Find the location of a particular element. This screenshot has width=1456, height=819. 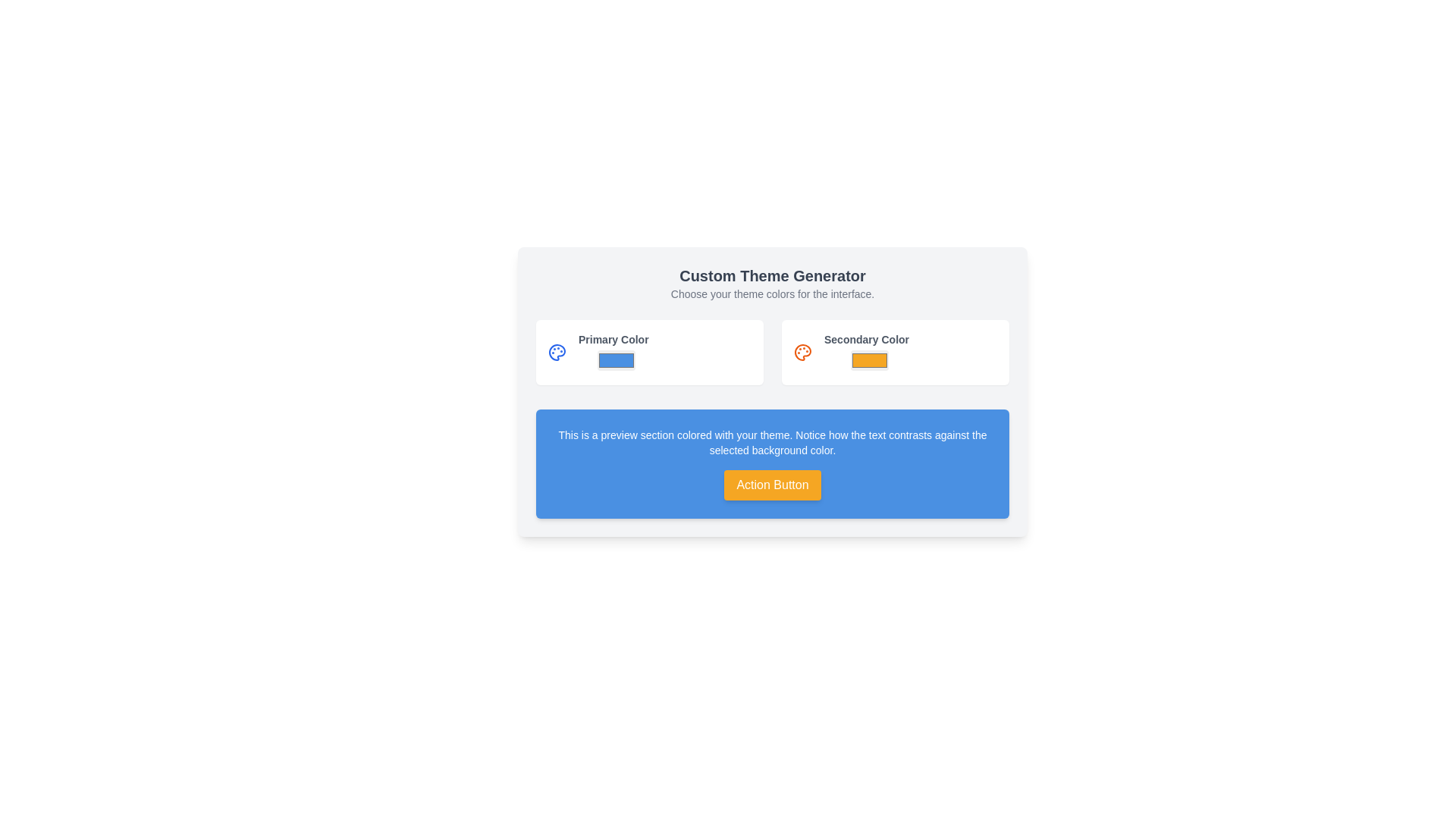

the blue background section containing the text and the 'Action Button' is located at coordinates (772, 463).